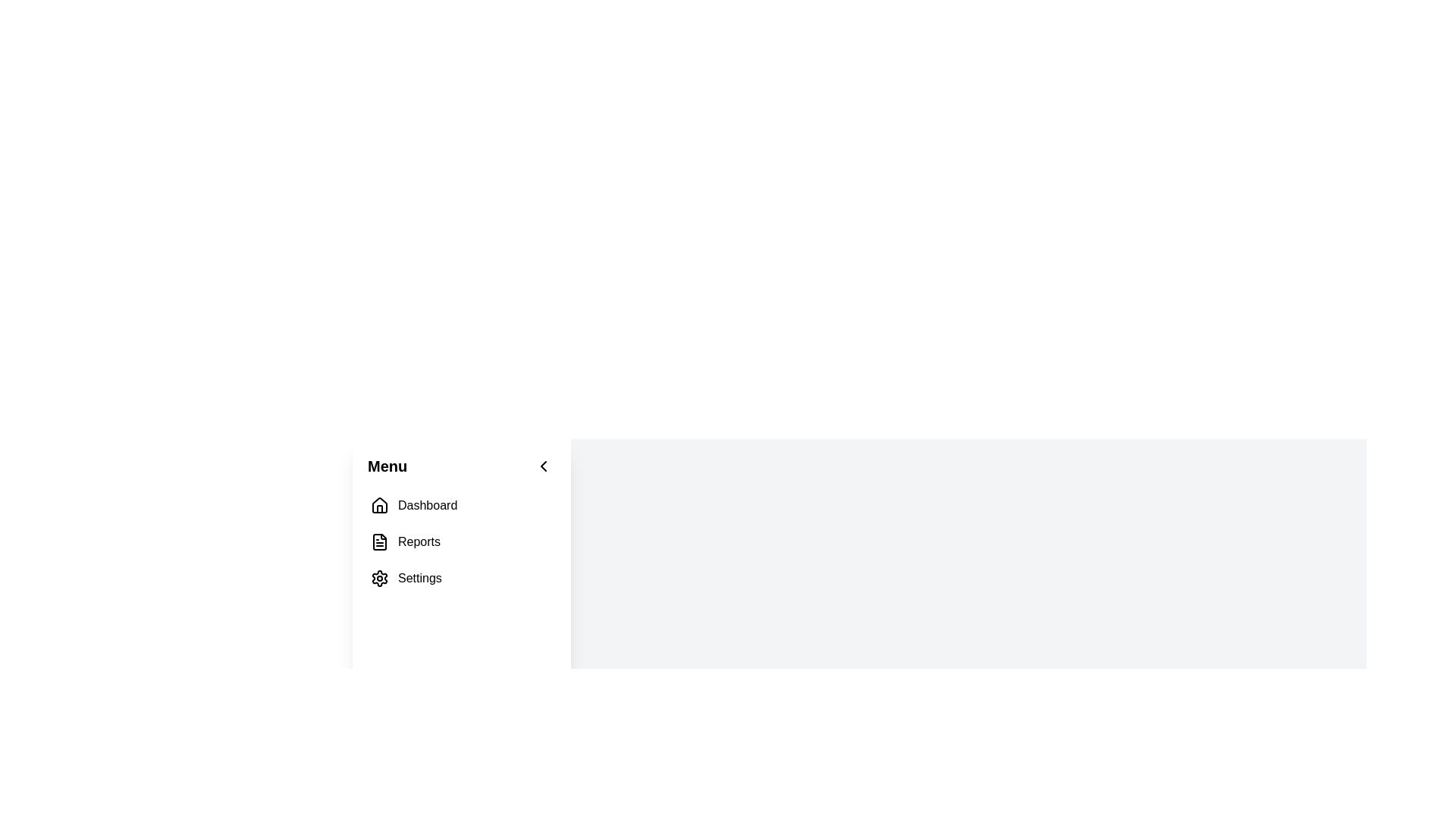  What do you see at coordinates (461, 541) in the screenshot?
I see `the 'Reports' menu item, which is the second item in the vertical list of the side menu, positioned between 'Dashboard' and 'Settings'` at bounding box center [461, 541].